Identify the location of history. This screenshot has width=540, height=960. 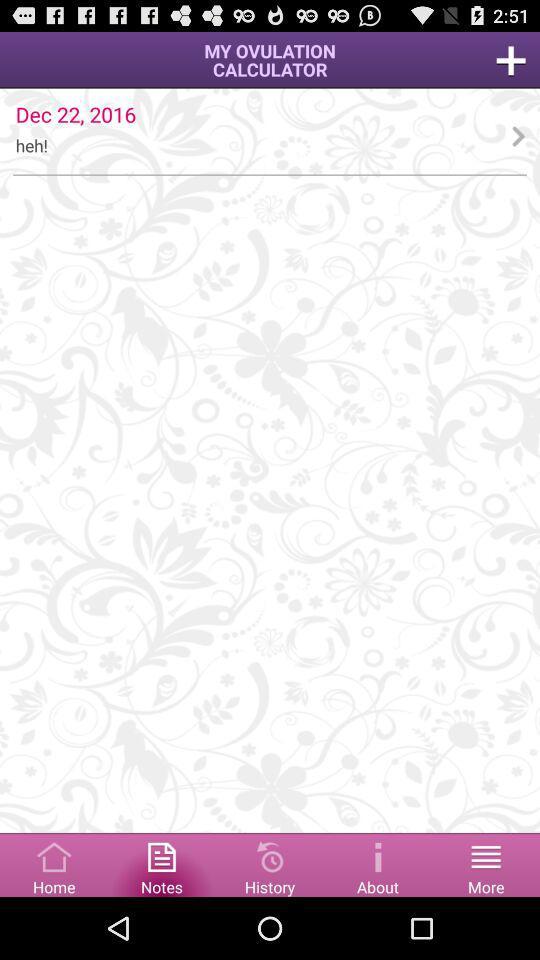
(270, 863).